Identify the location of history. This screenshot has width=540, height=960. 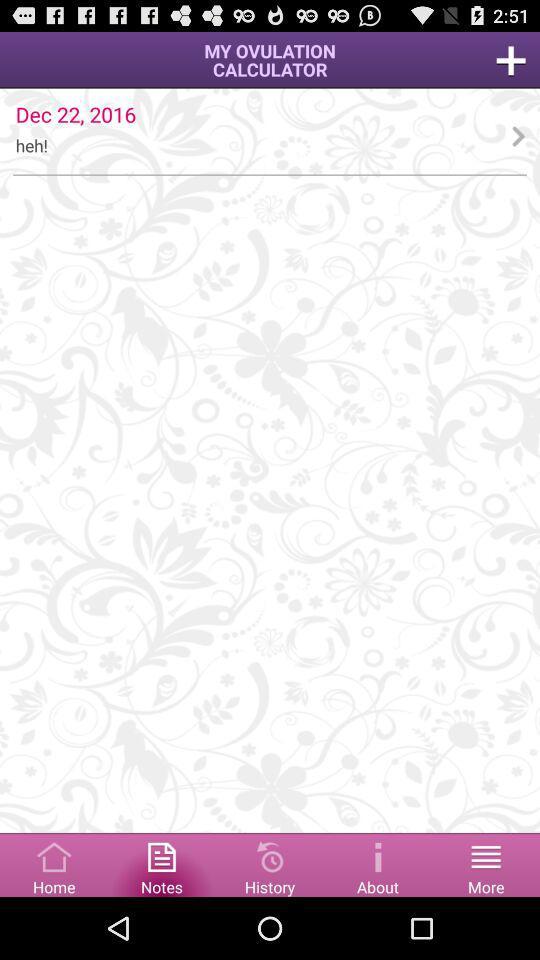
(270, 863).